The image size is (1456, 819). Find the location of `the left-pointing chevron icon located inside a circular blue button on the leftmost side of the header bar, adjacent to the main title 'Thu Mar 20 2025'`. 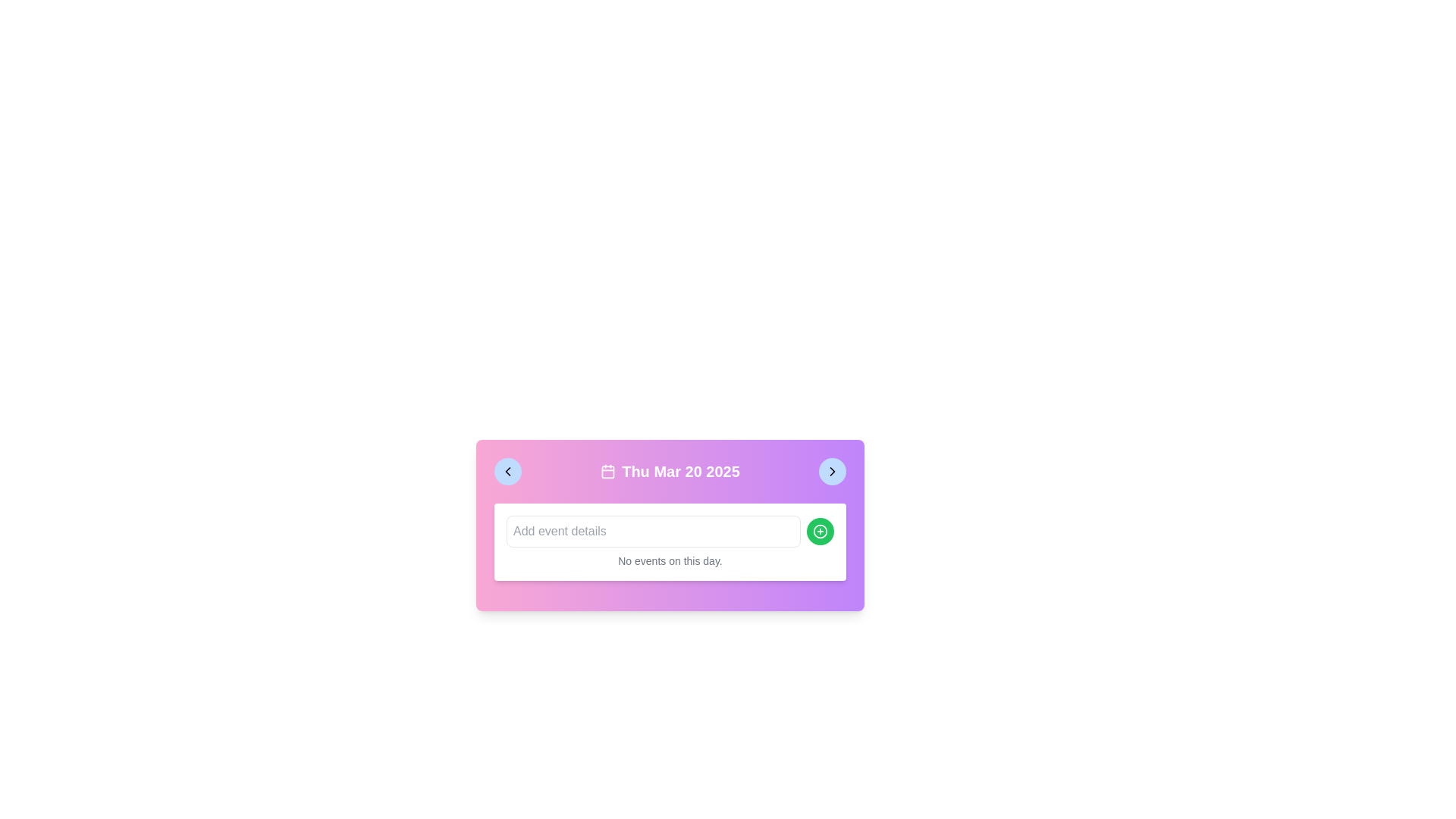

the left-pointing chevron icon located inside a circular blue button on the leftmost side of the header bar, adjacent to the main title 'Thu Mar 20 2025' is located at coordinates (508, 470).